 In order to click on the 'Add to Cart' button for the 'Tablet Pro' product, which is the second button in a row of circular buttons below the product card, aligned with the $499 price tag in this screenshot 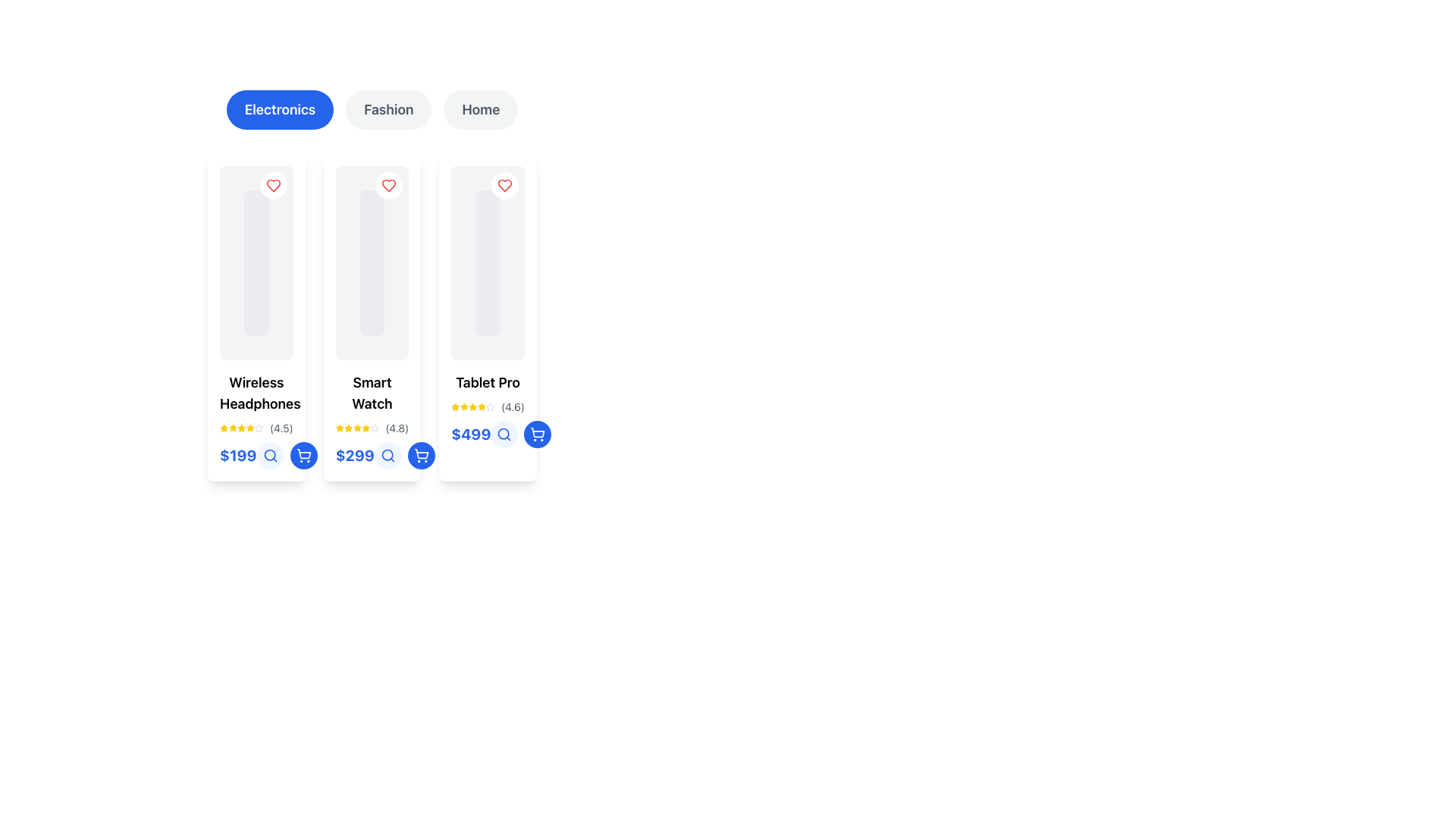, I will do `click(421, 455)`.